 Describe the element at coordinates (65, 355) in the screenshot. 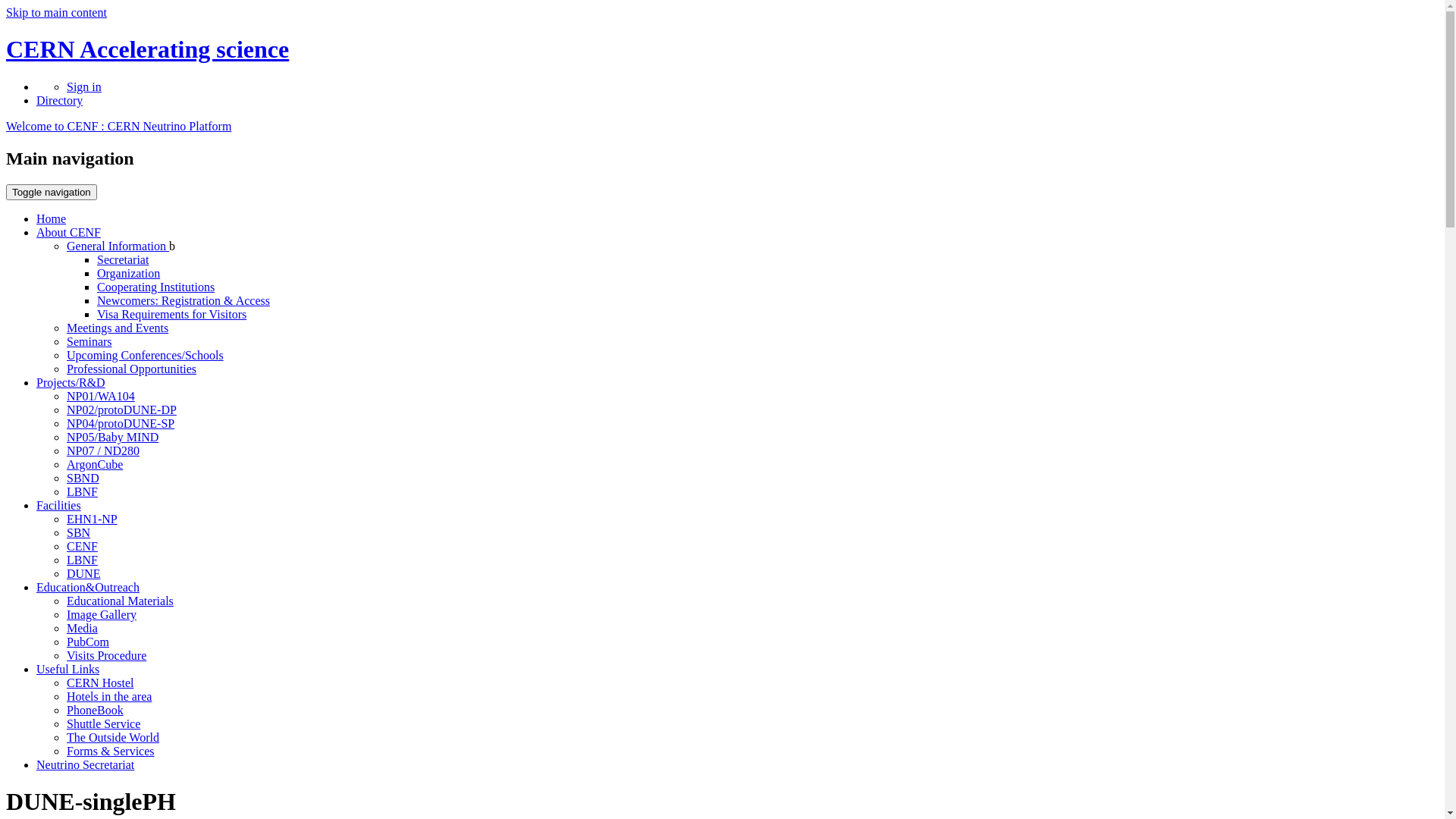

I see `'Upcoming Conferences/Schools'` at that location.